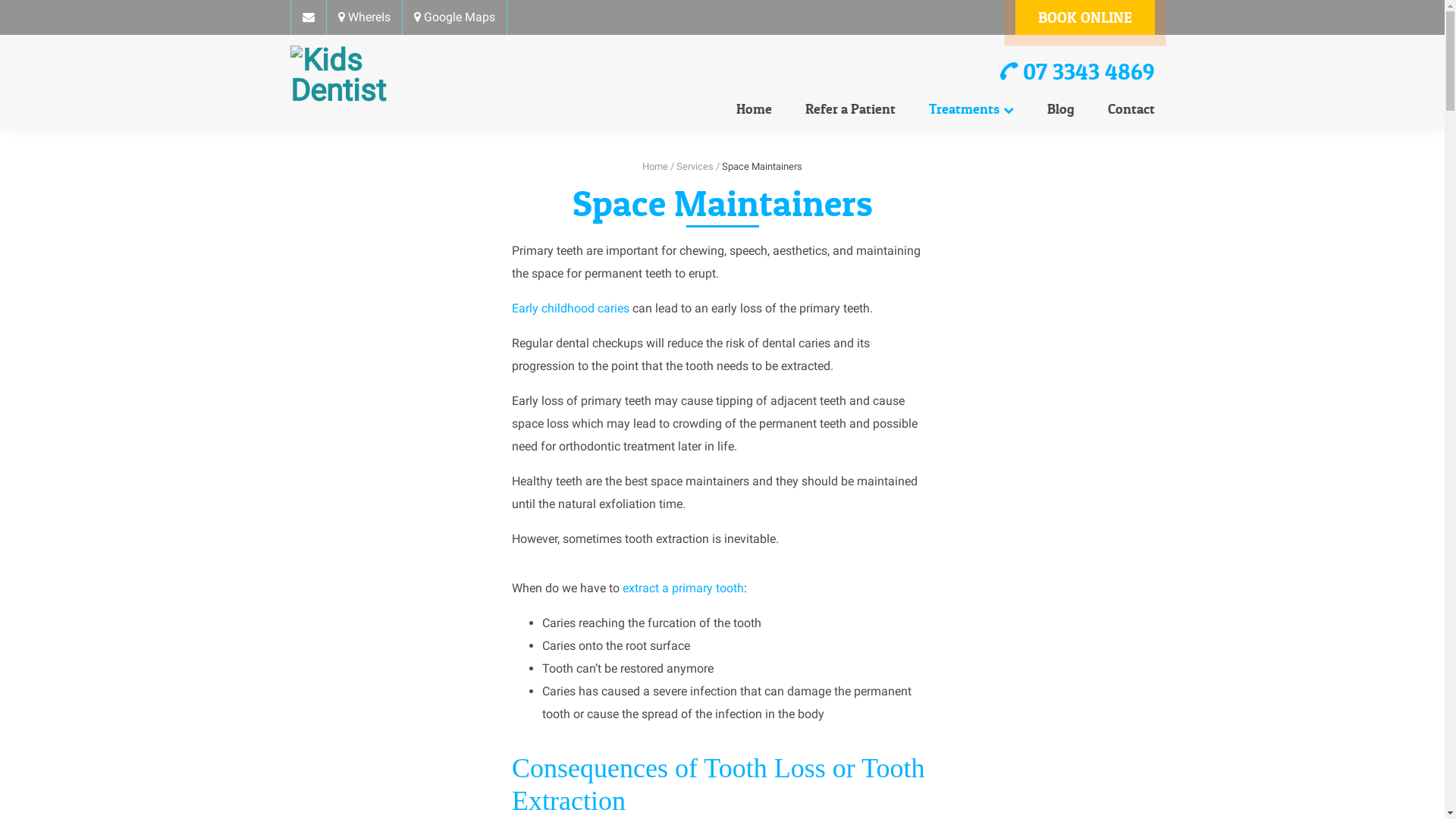  I want to click on '07 3343 4869', so click(1076, 71).